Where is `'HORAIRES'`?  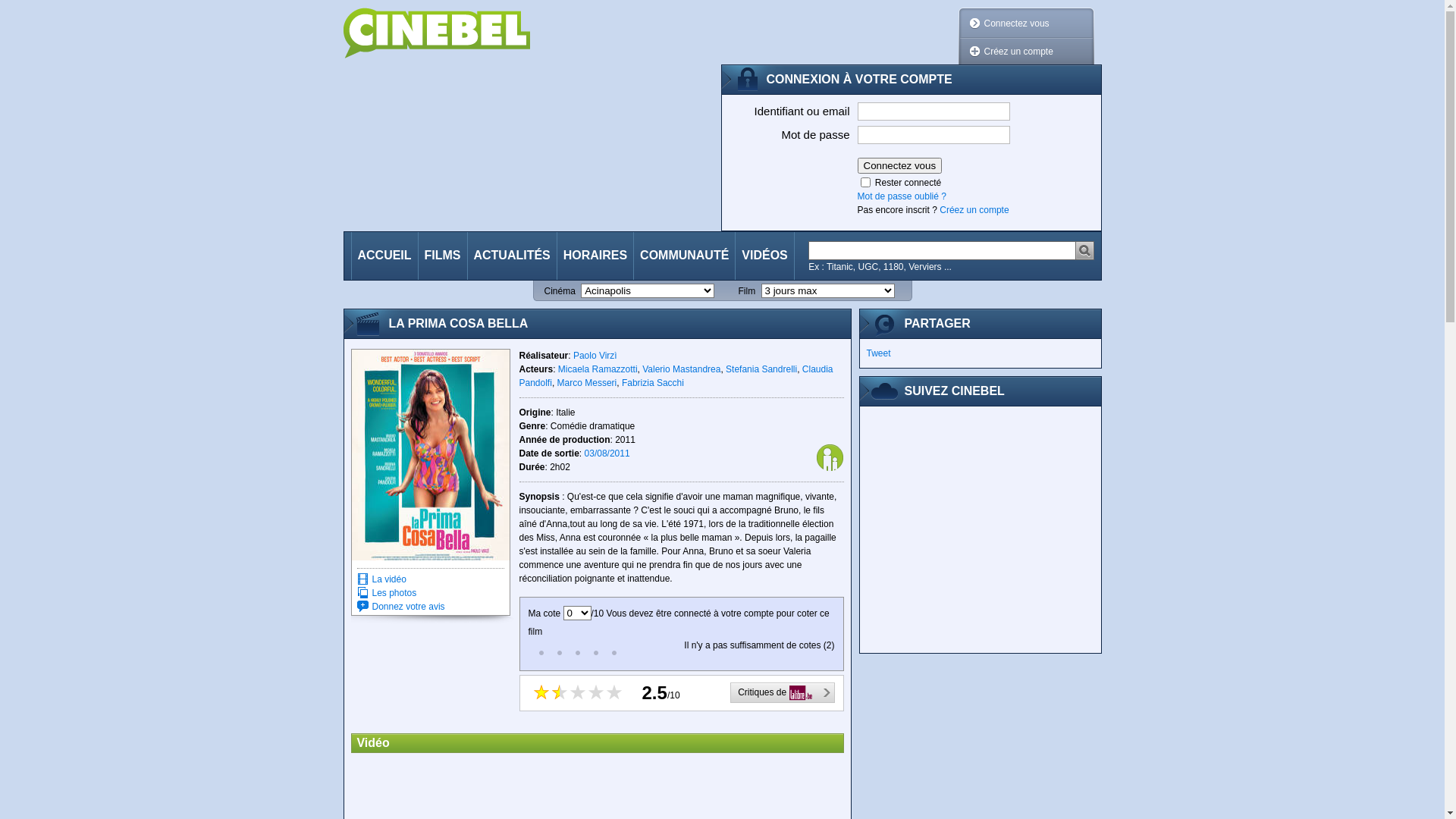
'HORAIRES' is located at coordinates (595, 255).